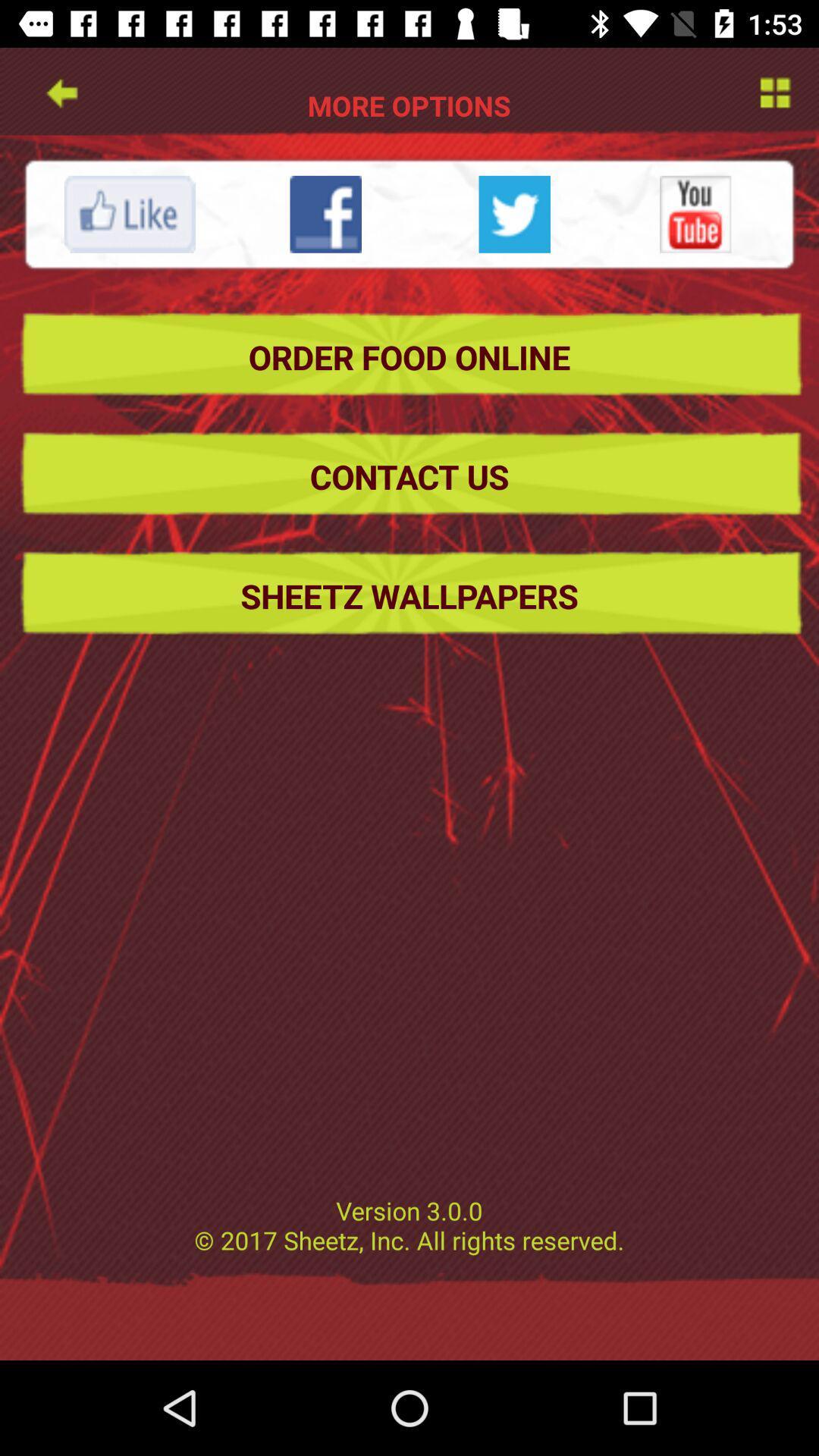 The width and height of the screenshot is (819, 1456). I want to click on setting, so click(774, 90).